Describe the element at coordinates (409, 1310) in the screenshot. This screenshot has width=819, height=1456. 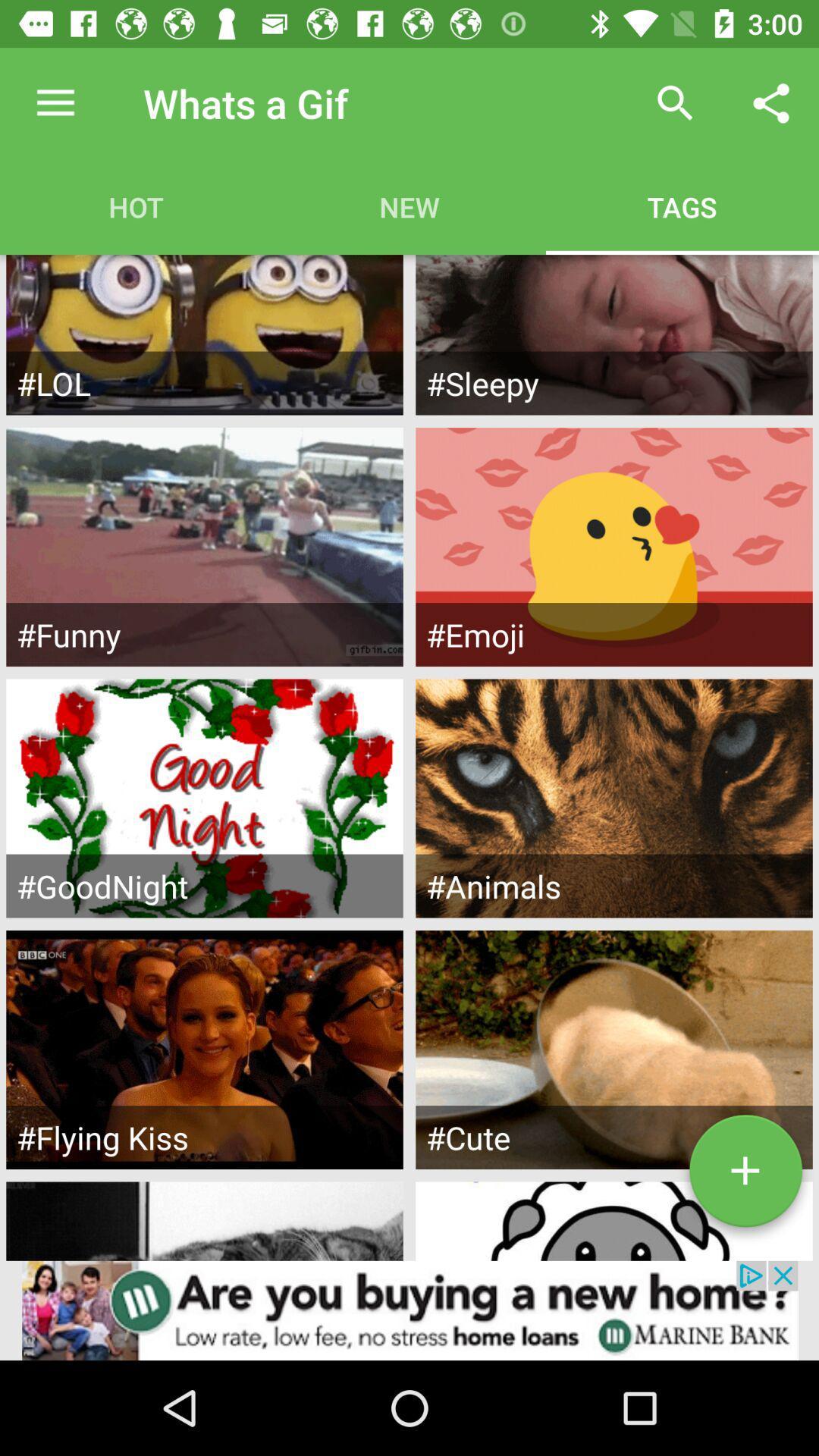
I see `marine bank website` at that location.